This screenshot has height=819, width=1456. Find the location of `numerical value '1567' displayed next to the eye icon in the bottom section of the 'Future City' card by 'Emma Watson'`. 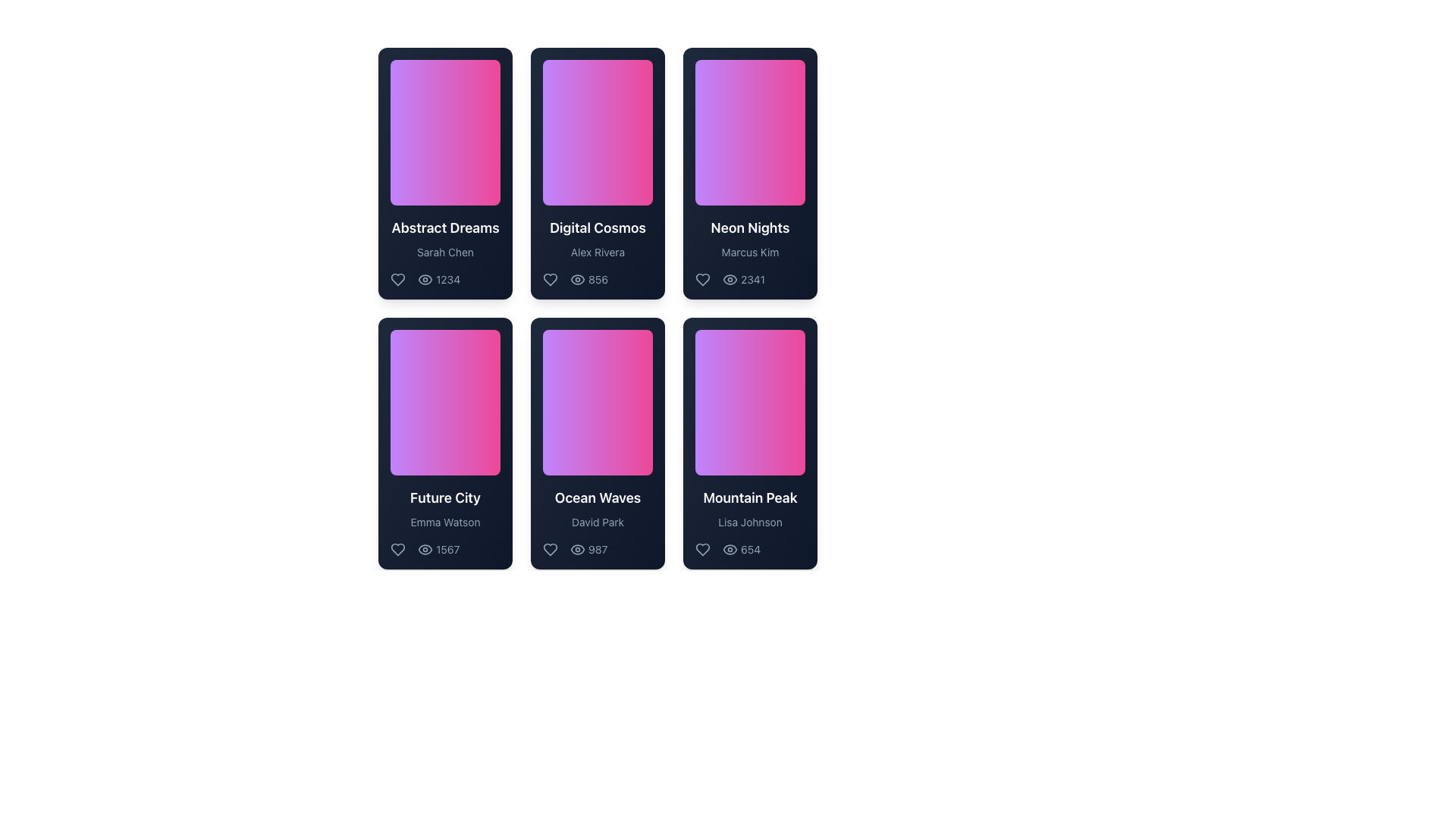

numerical value '1567' displayed next to the eye icon in the bottom section of the 'Future City' card by 'Emma Watson' is located at coordinates (425, 550).